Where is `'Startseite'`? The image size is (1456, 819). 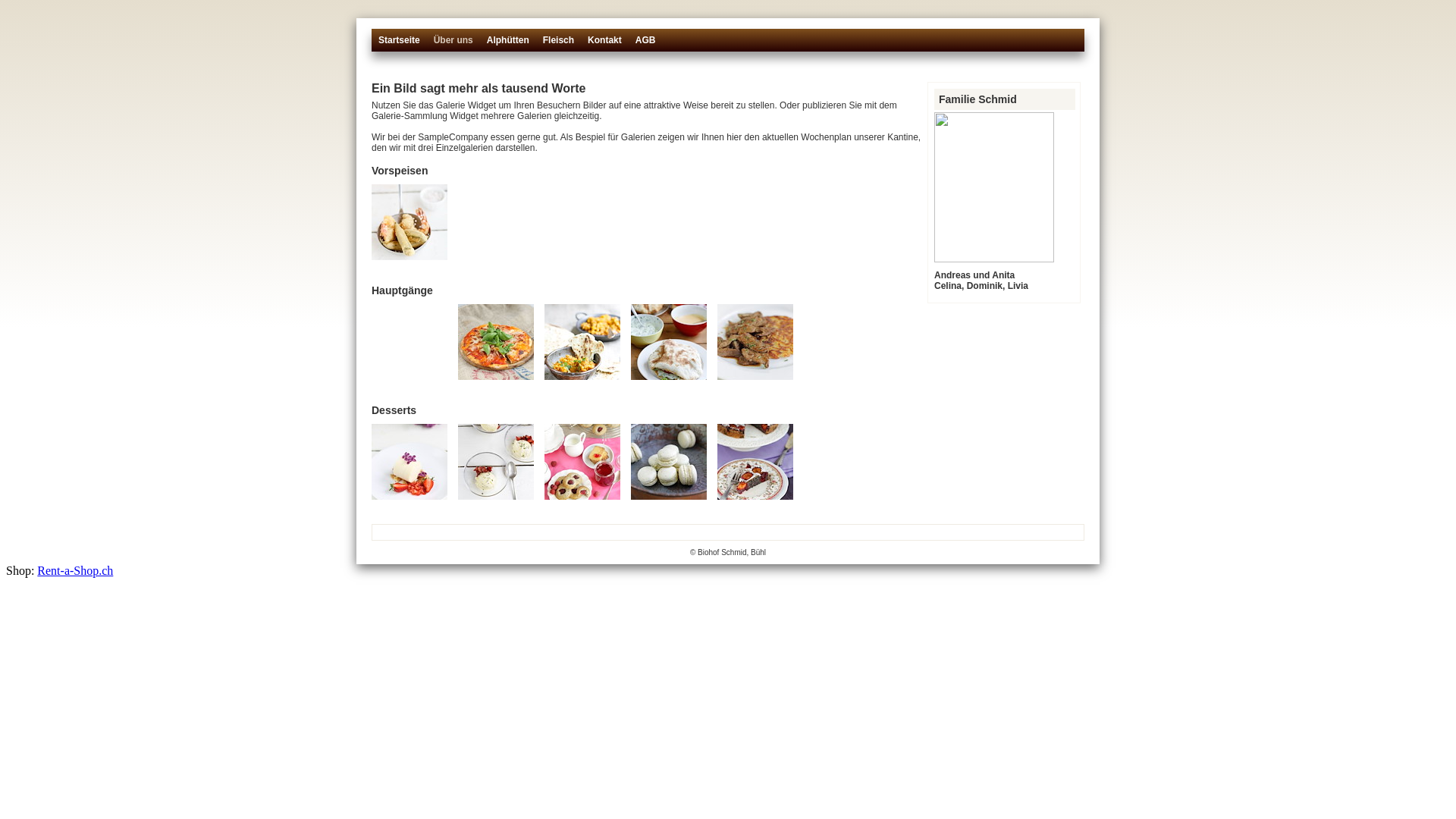
'Startseite' is located at coordinates (399, 45).